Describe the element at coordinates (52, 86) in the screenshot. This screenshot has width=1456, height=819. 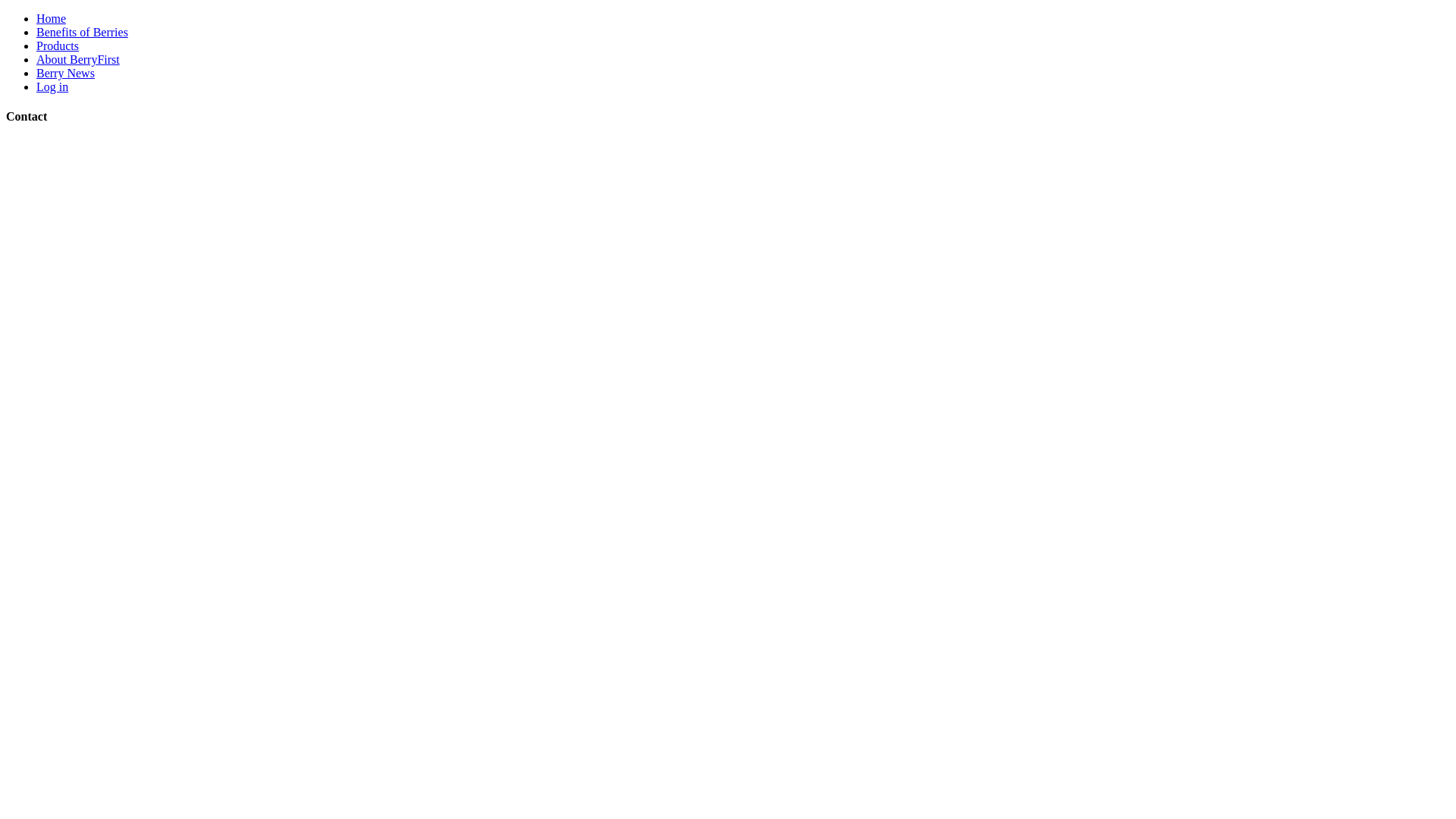
I see `'Log in'` at that location.